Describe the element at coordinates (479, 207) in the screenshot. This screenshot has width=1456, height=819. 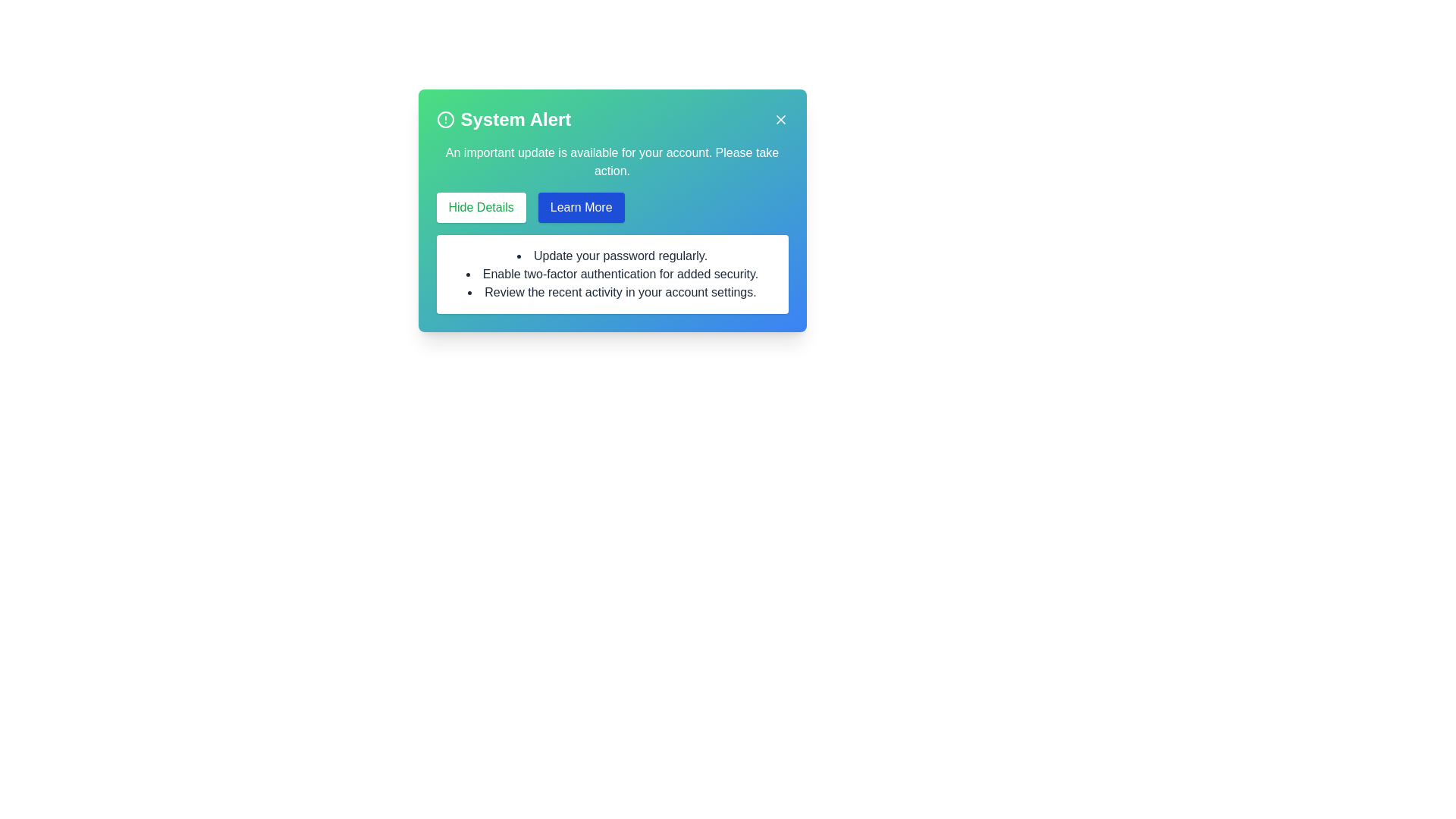
I see `the button with a white background and green text that displays 'Hide Details' to hide details` at that location.